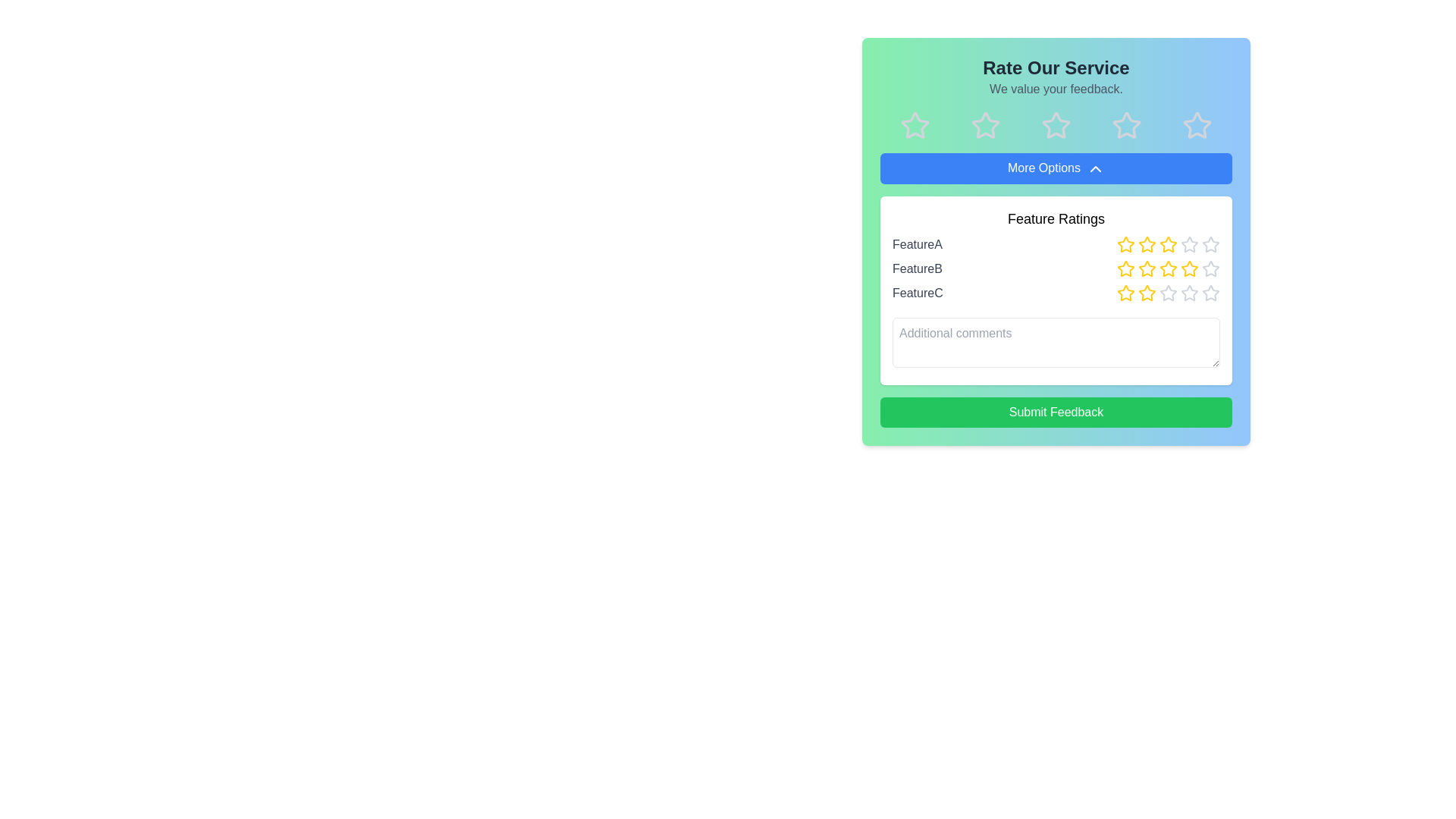  What do you see at coordinates (1189, 293) in the screenshot?
I see `the fourth star icon in the feature rating section of the table under the column 'FeatureC'` at bounding box center [1189, 293].